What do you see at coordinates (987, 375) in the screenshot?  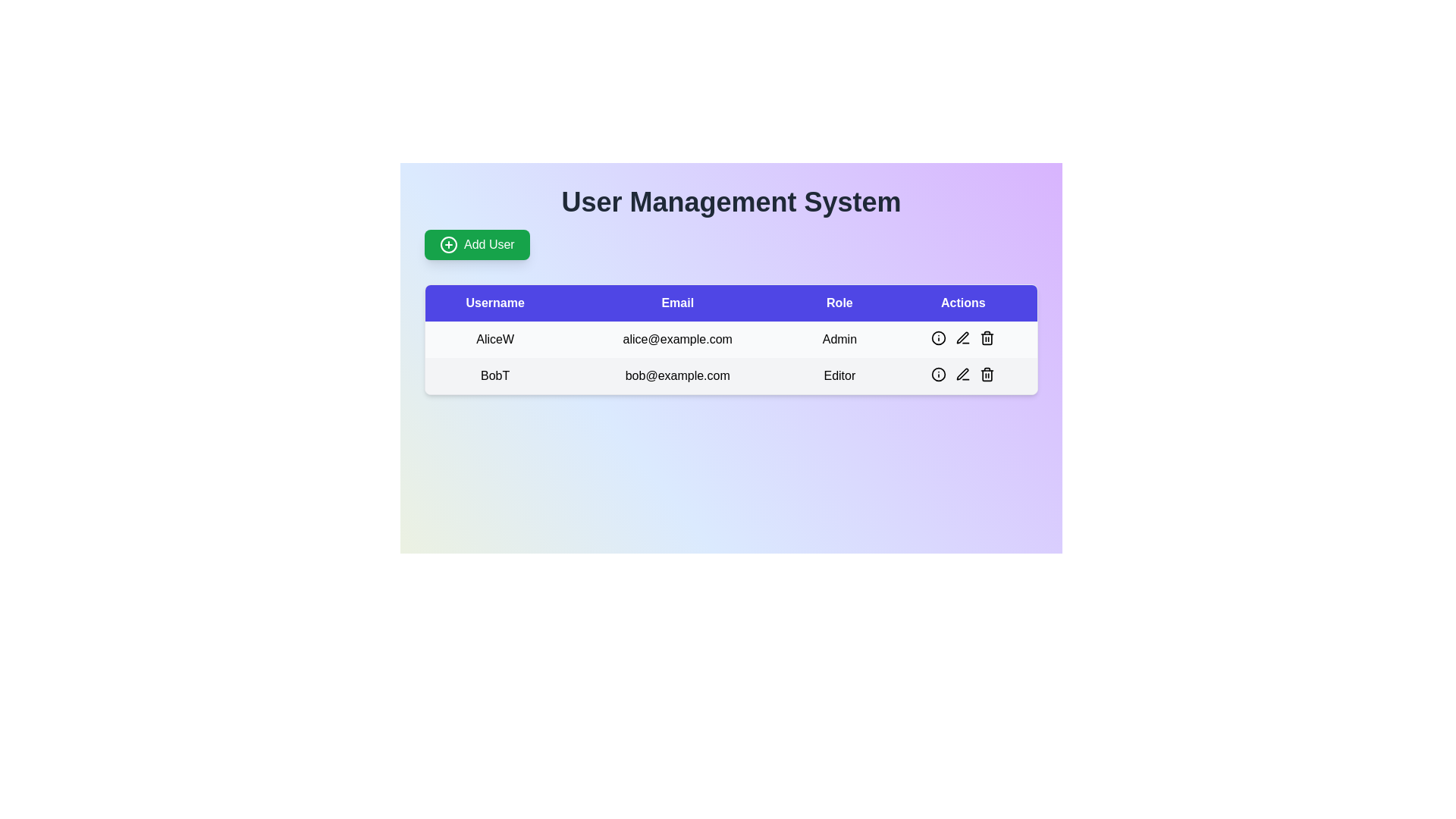 I see `the central outline of the trash can icon located in the 'Actions' column of the second row in the table` at bounding box center [987, 375].